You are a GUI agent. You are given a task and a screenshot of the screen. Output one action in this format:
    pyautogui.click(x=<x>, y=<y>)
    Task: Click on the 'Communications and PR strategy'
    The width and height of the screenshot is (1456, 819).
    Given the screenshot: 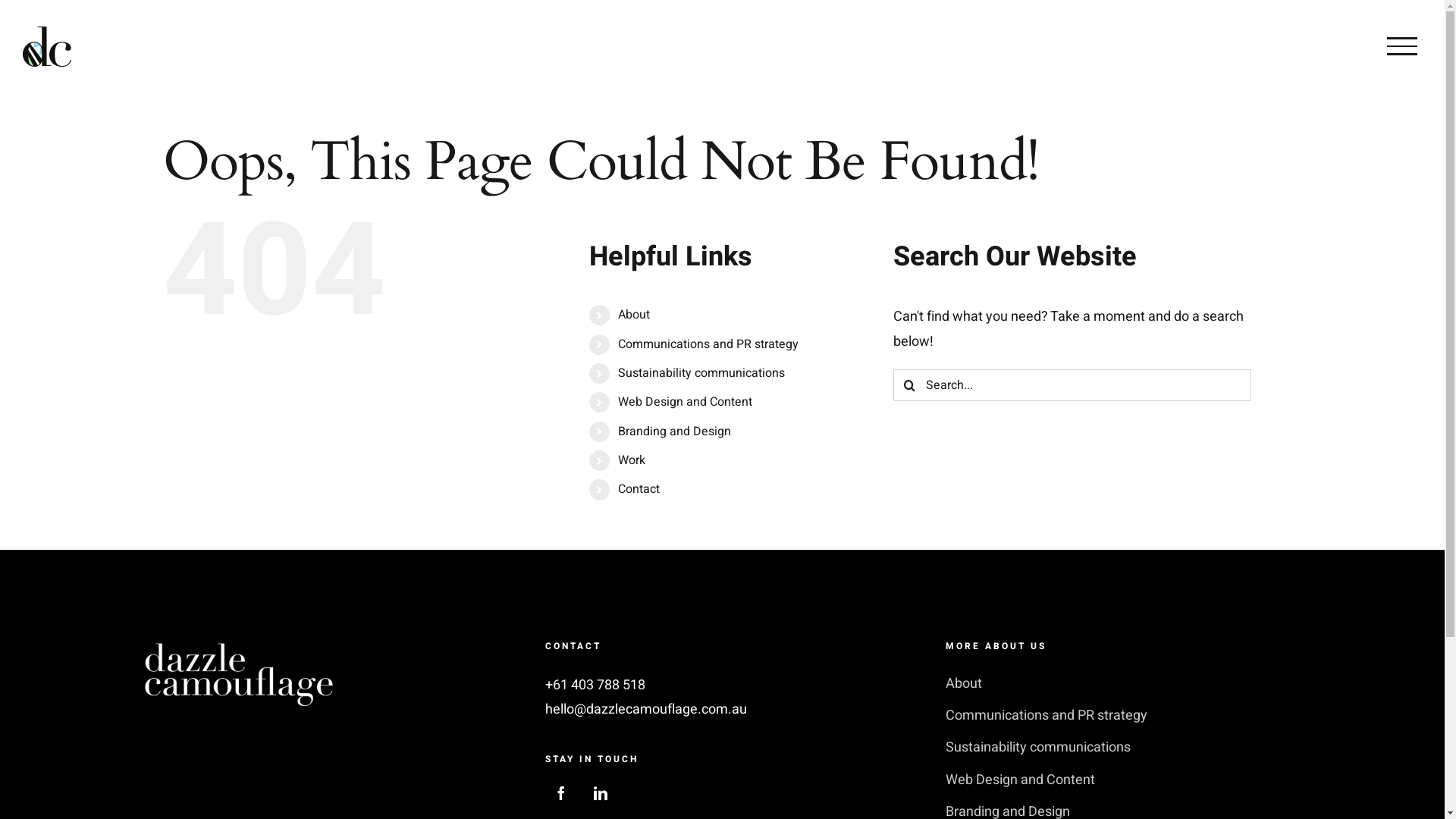 What is the action you would take?
    pyautogui.click(x=708, y=344)
    